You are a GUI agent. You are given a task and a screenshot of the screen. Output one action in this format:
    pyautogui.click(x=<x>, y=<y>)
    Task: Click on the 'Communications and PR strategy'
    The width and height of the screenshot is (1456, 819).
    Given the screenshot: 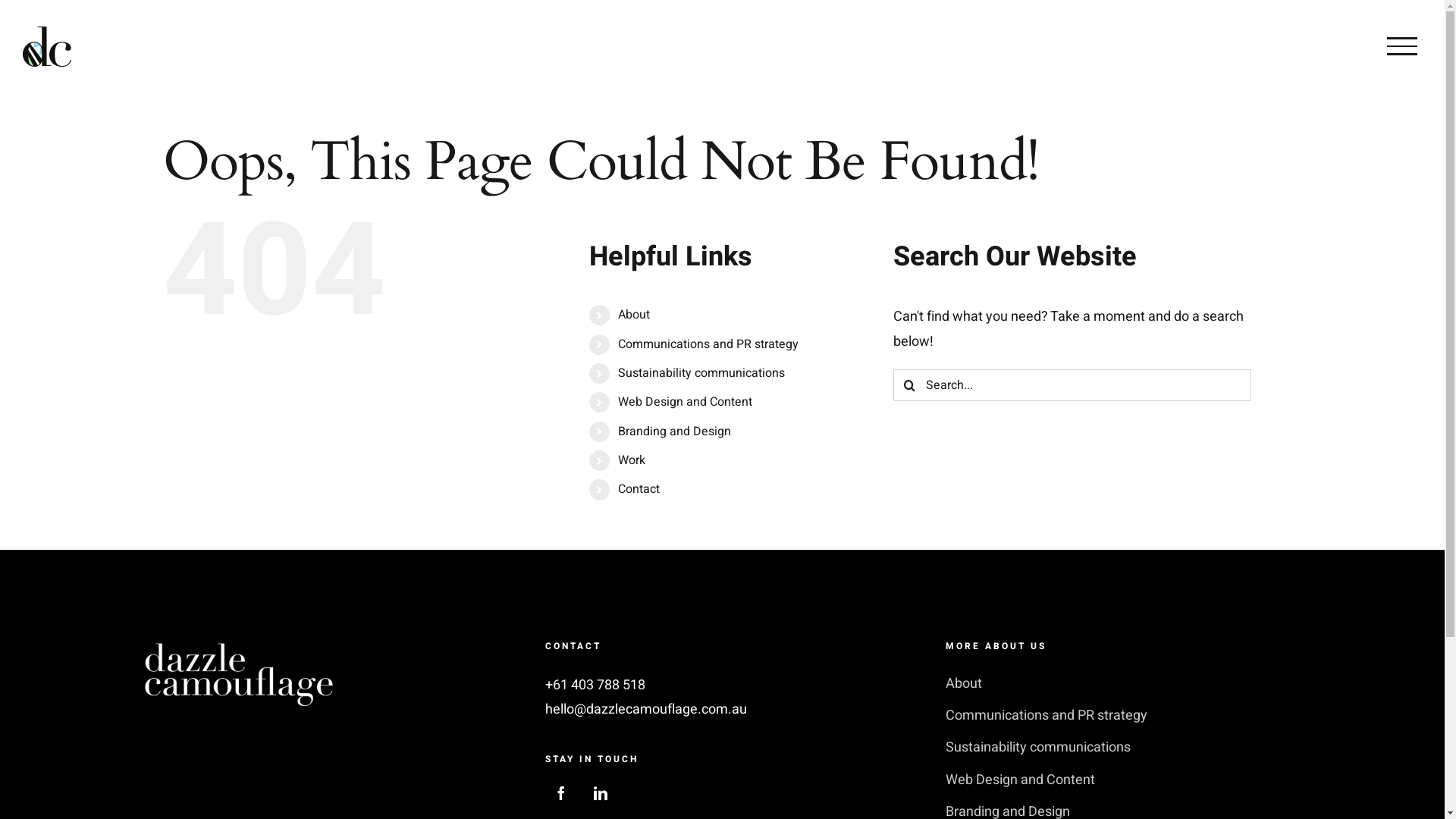 What is the action you would take?
    pyautogui.click(x=708, y=344)
    